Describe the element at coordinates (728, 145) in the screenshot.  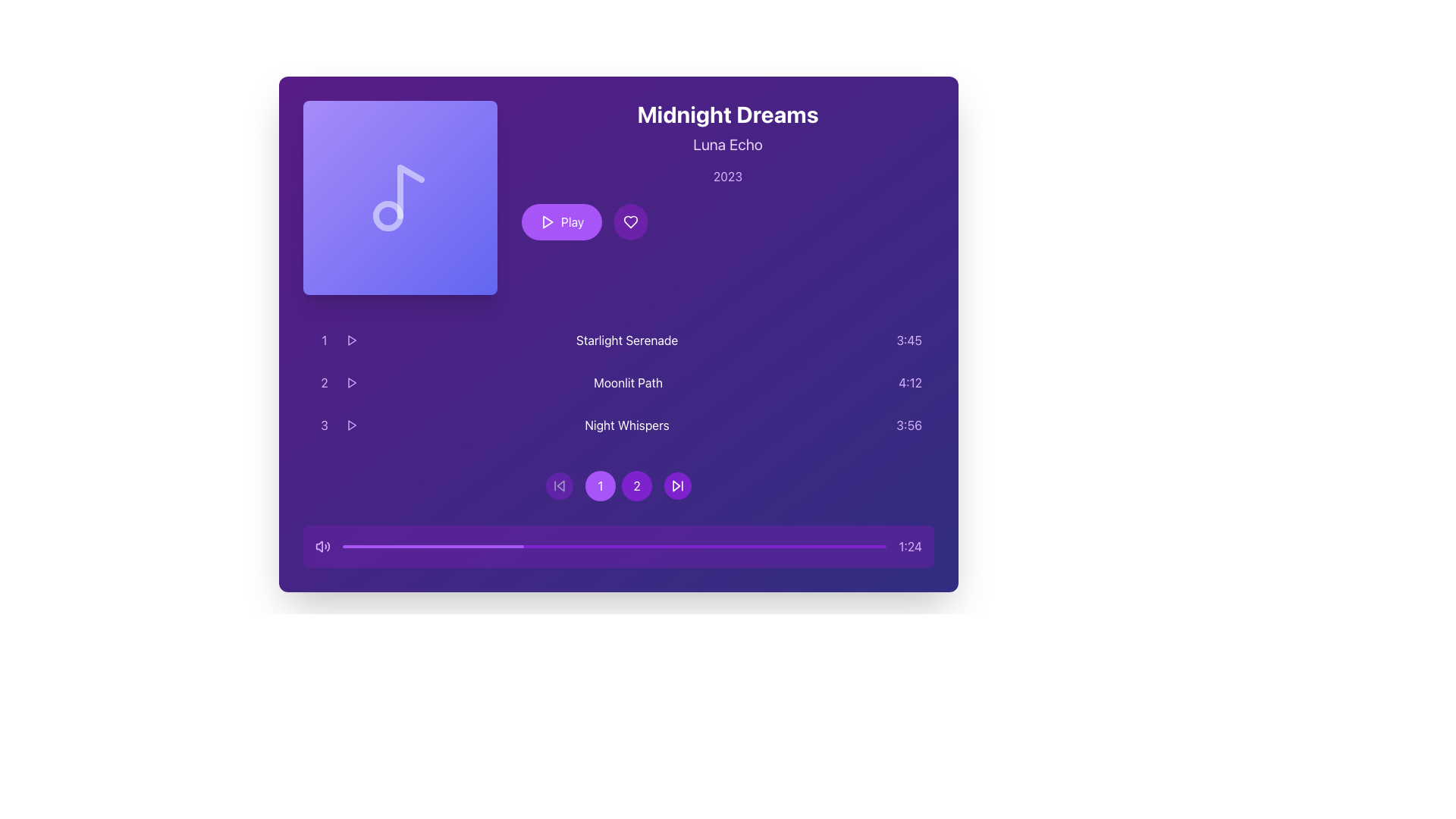
I see `the text display labeled 'Luna Echo', which is styled in light purple color and bold typeface, positioned centrally between 'Midnight Dreams' and '2023'` at that location.